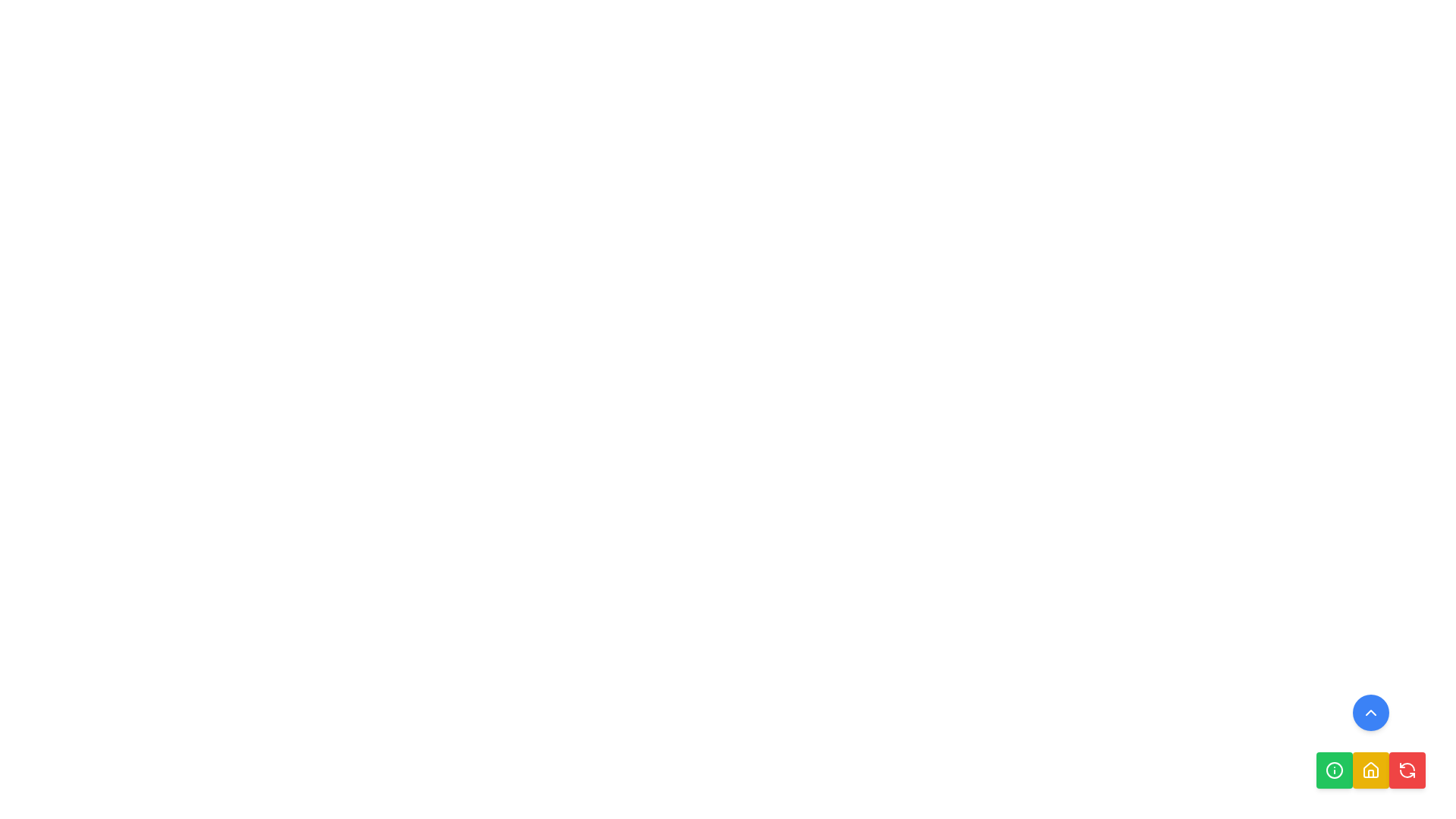  Describe the element at coordinates (1371, 770) in the screenshot. I see `the yellow rounded rectangle button with a white house icon centered on it` at that location.